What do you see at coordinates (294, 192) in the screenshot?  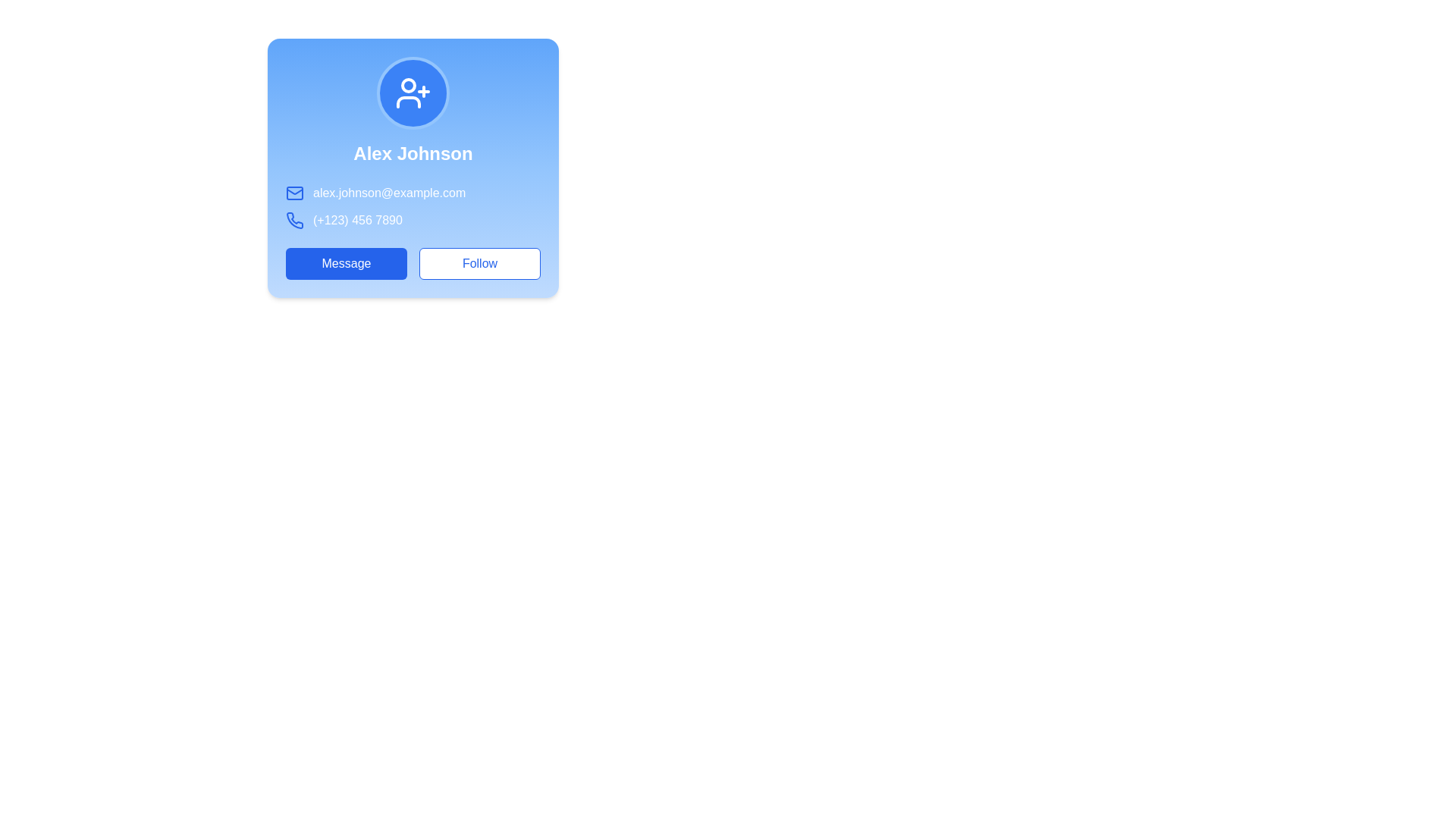 I see `the mail icon, which visually represents the email address, located in the contact information section of the card, positioned as the first element from the left` at bounding box center [294, 192].